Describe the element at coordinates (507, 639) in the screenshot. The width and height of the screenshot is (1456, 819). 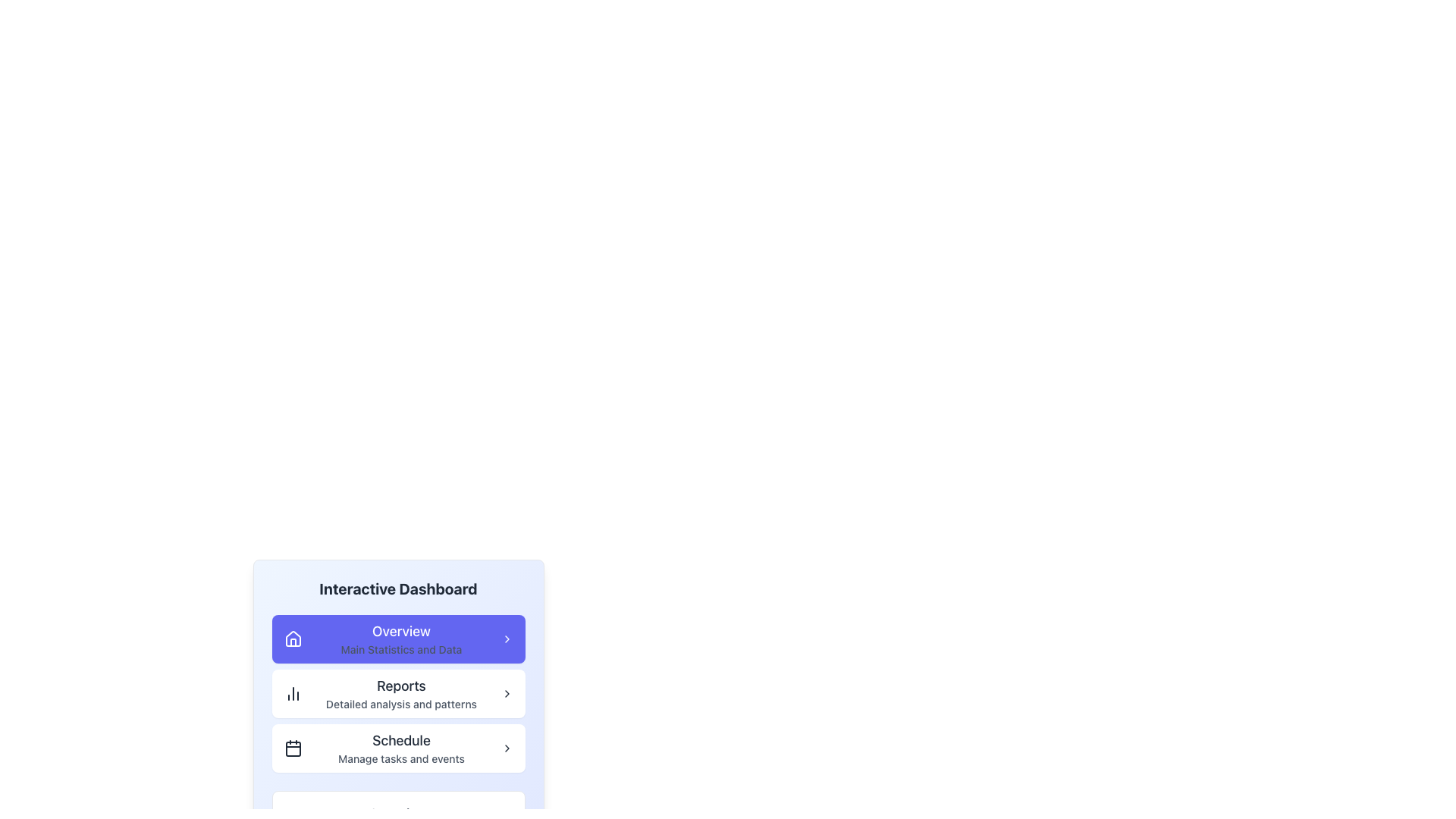
I see `the right chevron icon, which is the rightmost component of the blue 'Overview' button in the sidebar menu, for visual cues` at that location.